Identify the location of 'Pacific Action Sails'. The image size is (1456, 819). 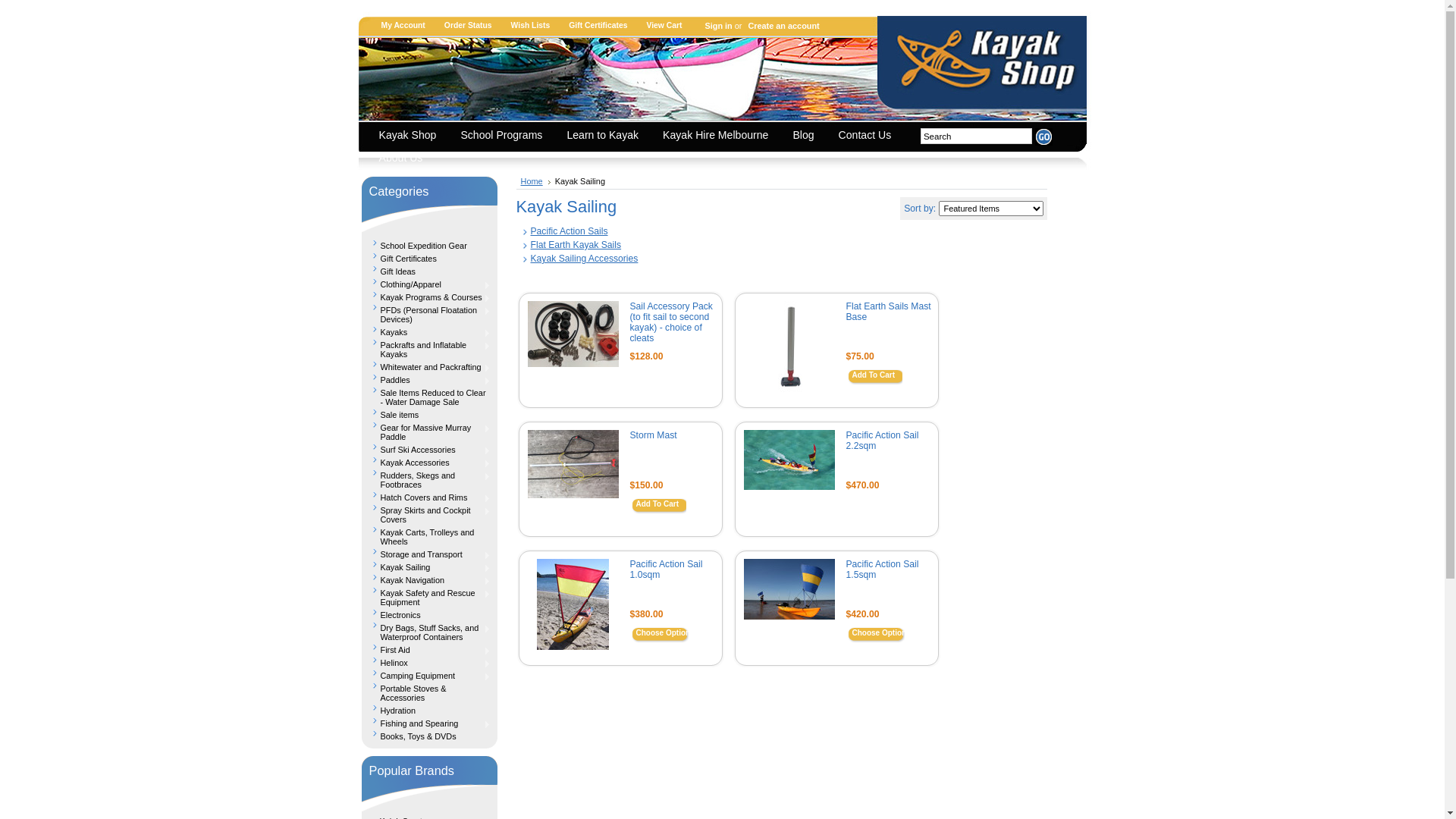
(568, 231).